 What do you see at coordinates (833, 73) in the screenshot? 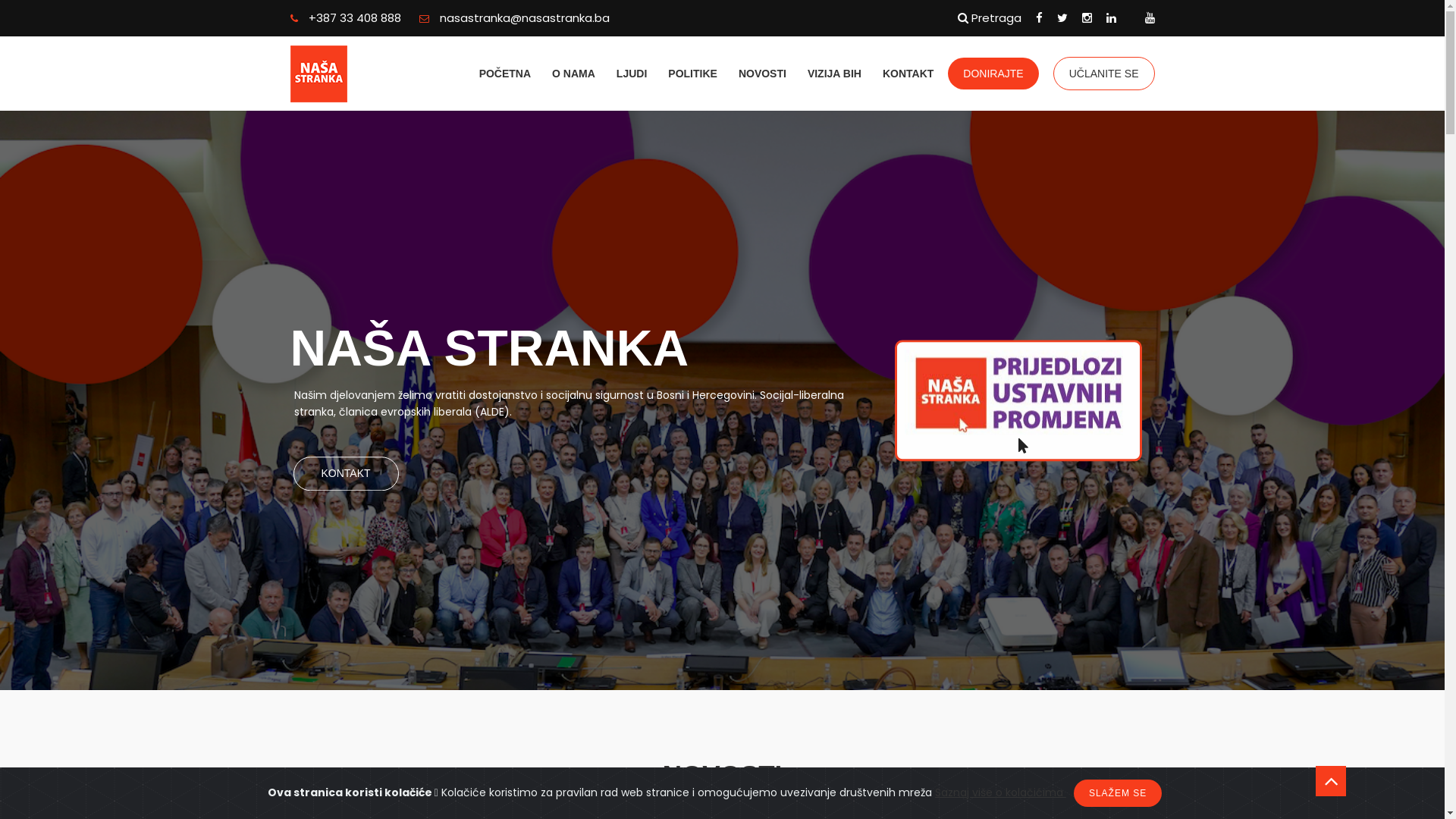
I see `'VIZIJA BIH'` at bounding box center [833, 73].